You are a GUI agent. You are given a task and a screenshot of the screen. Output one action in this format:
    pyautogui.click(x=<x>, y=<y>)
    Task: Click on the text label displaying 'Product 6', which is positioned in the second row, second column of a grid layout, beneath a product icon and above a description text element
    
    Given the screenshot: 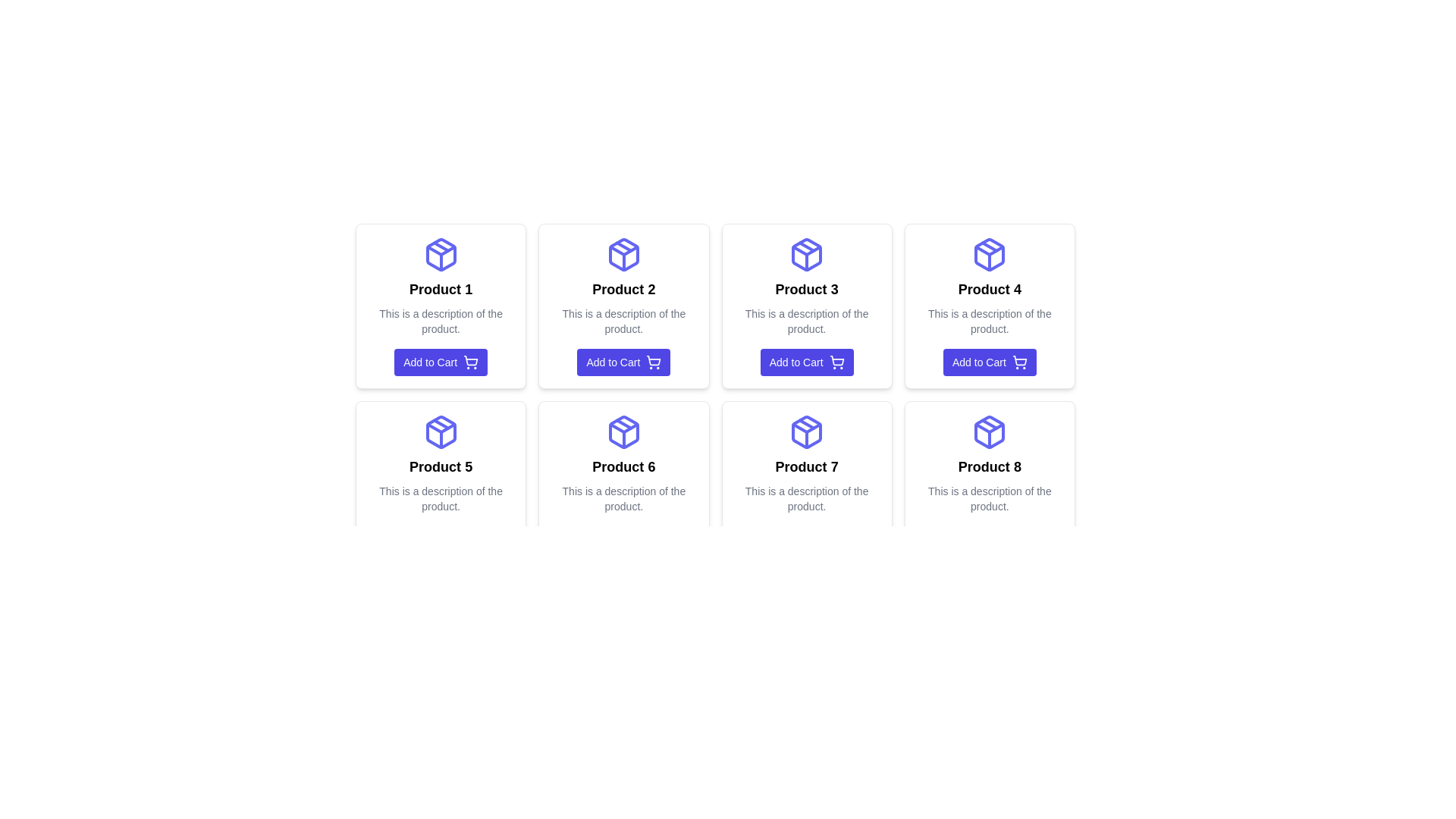 What is the action you would take?
    pyautogui.click(x=623, y=466)
    